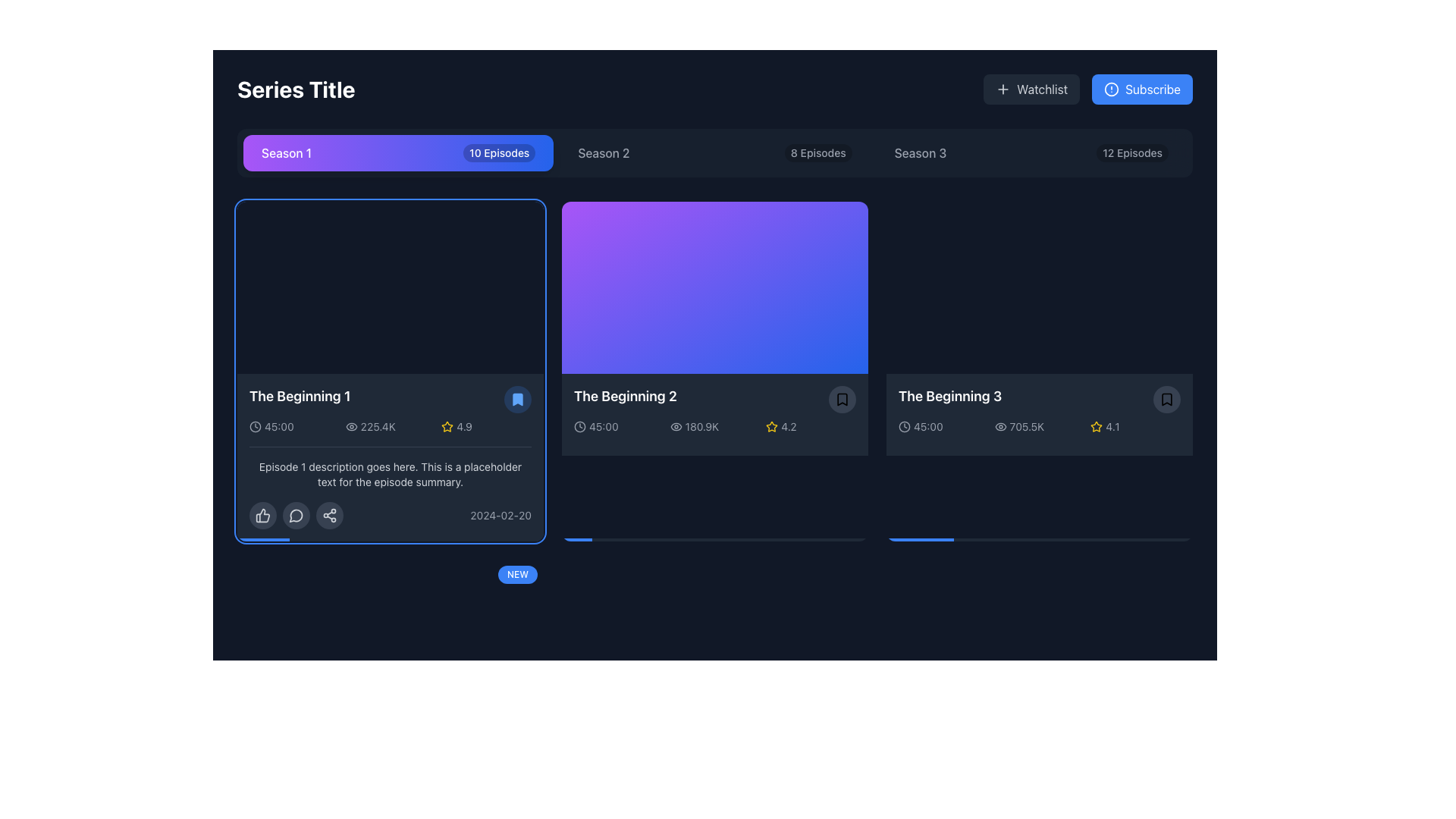 The height and width of the screenshot is (819, 1456). What do you see at coordinates (500, 515) in the screenshot?
I see `the text label displaying the date in the bottom-right corner of the card for 'The Beginning 1'` at bounding box center [500, 515].